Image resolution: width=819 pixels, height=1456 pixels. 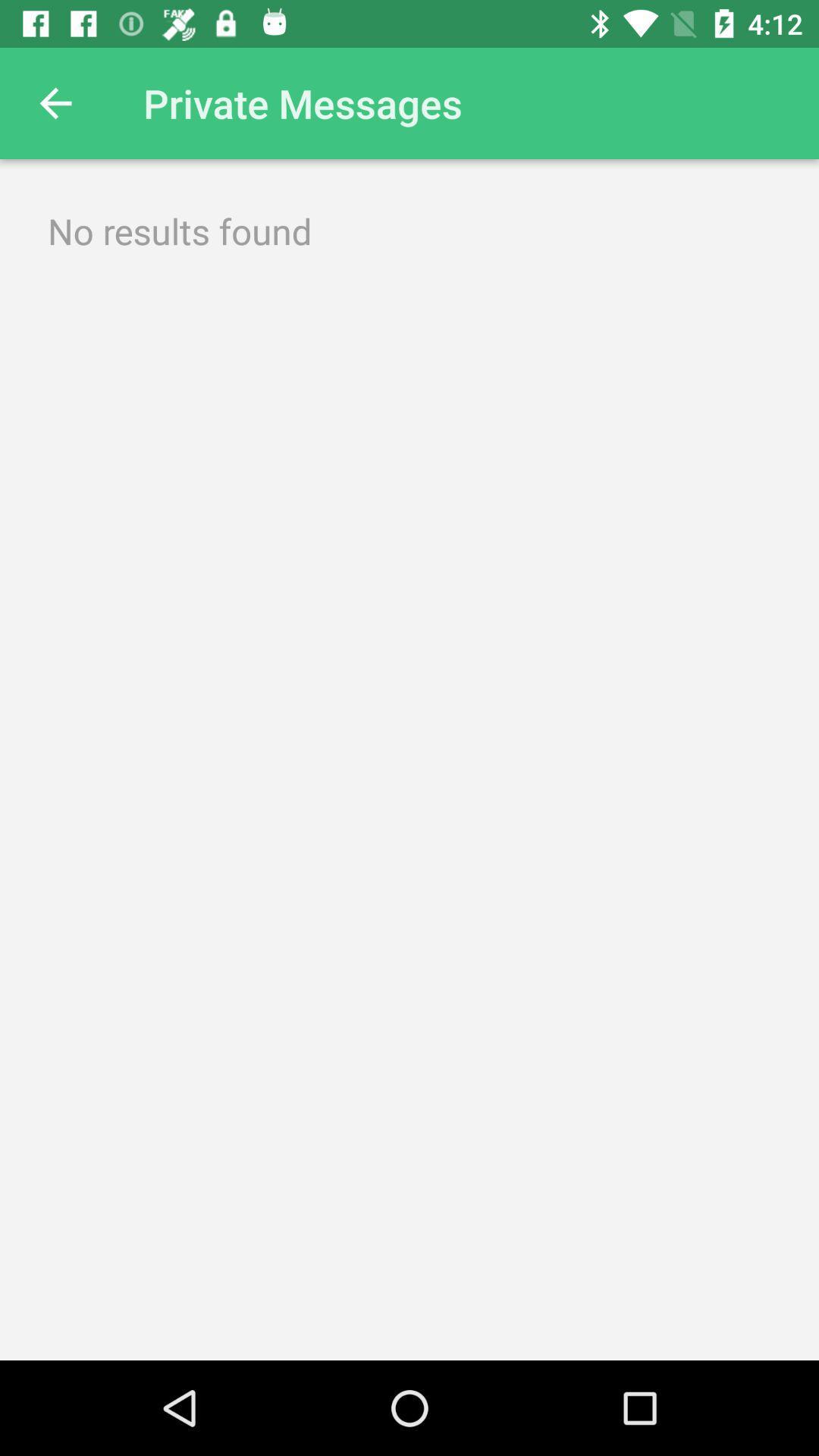 What do you see at coordinates (55, 102) in the screenshot?
I see `the item next to the private messages` at bounding box center [55, 102].